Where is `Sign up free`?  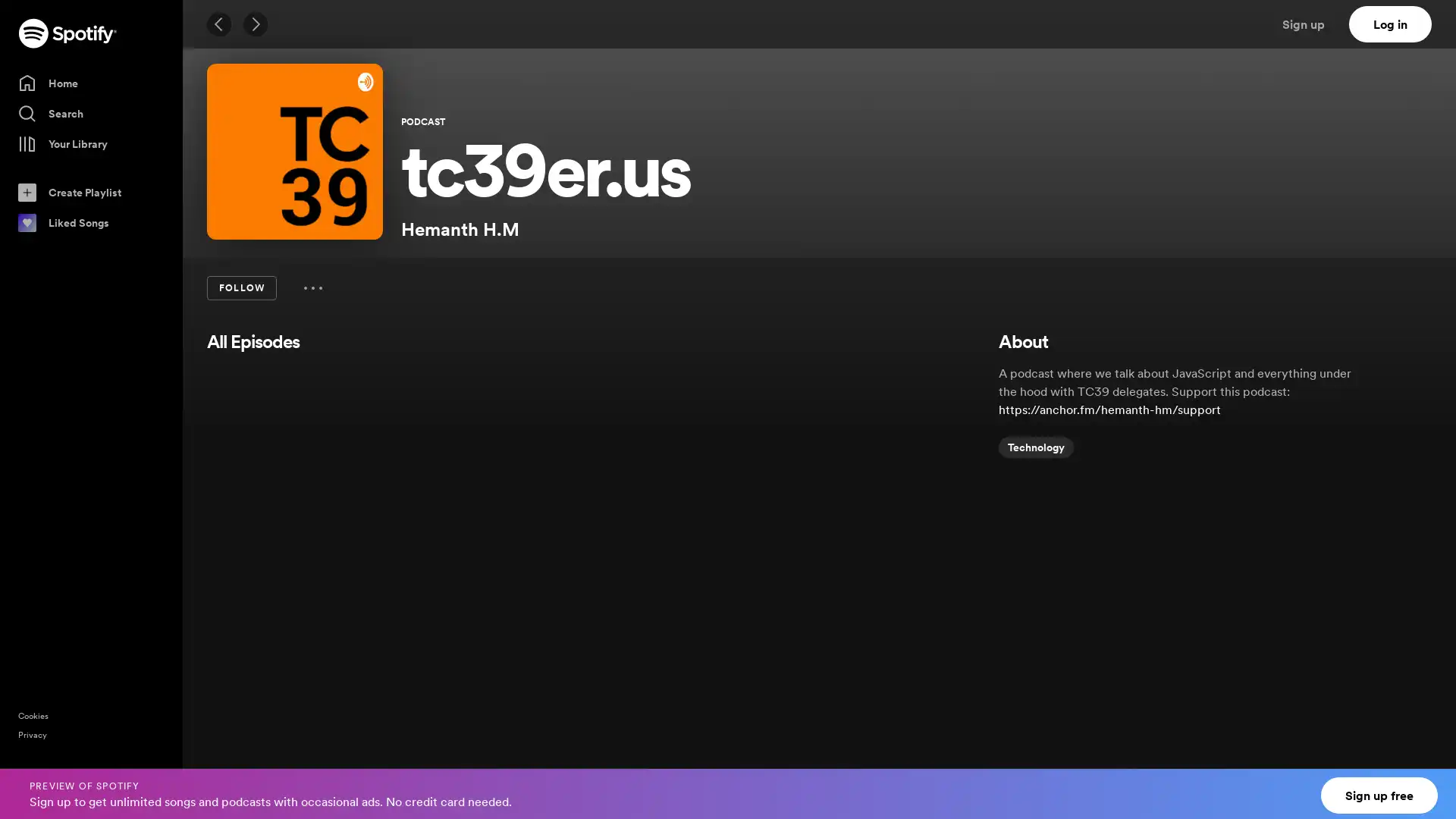
Sign up free is located at coordinates (1379, 795).